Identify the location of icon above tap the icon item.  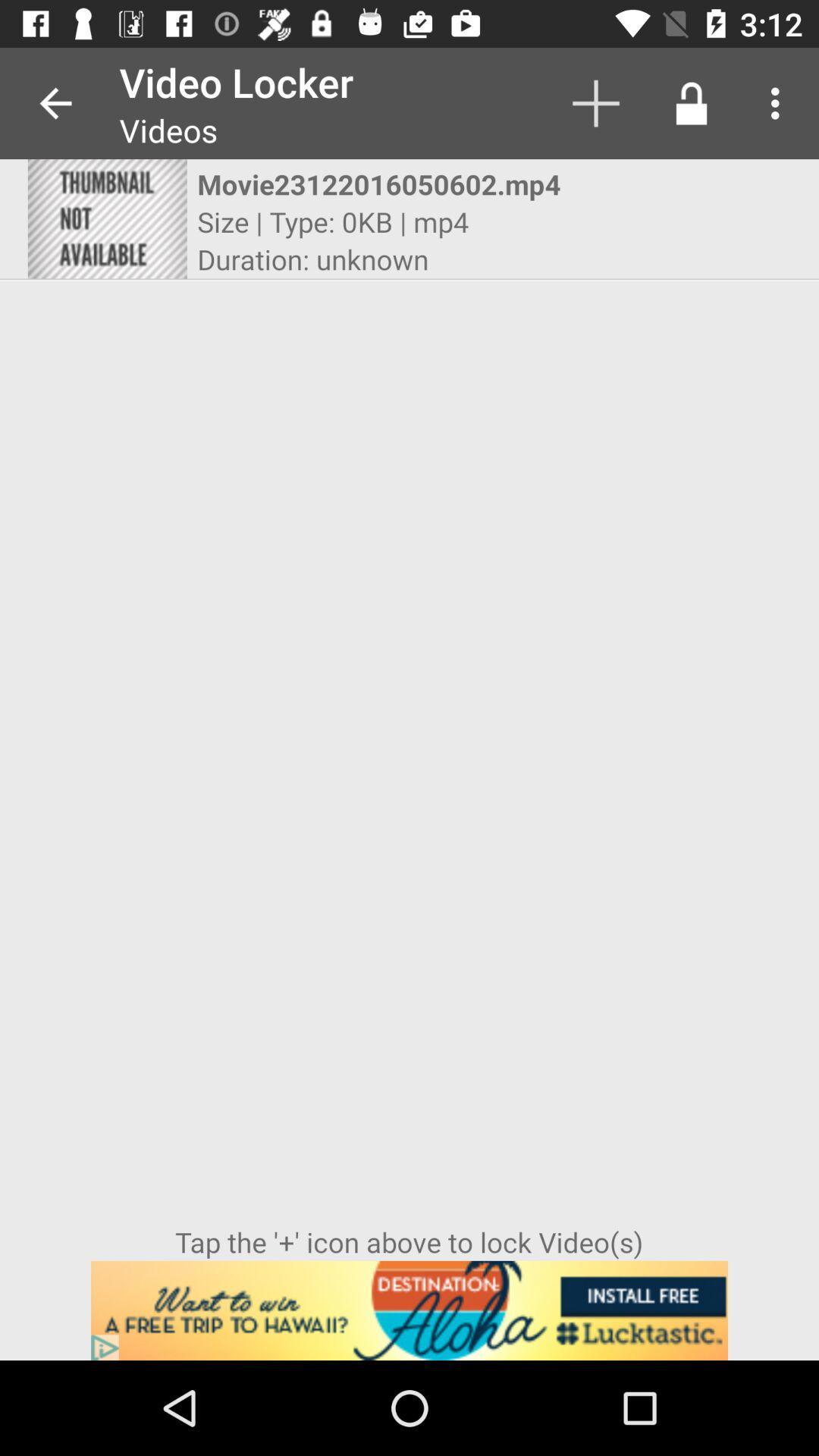
(106, 218).